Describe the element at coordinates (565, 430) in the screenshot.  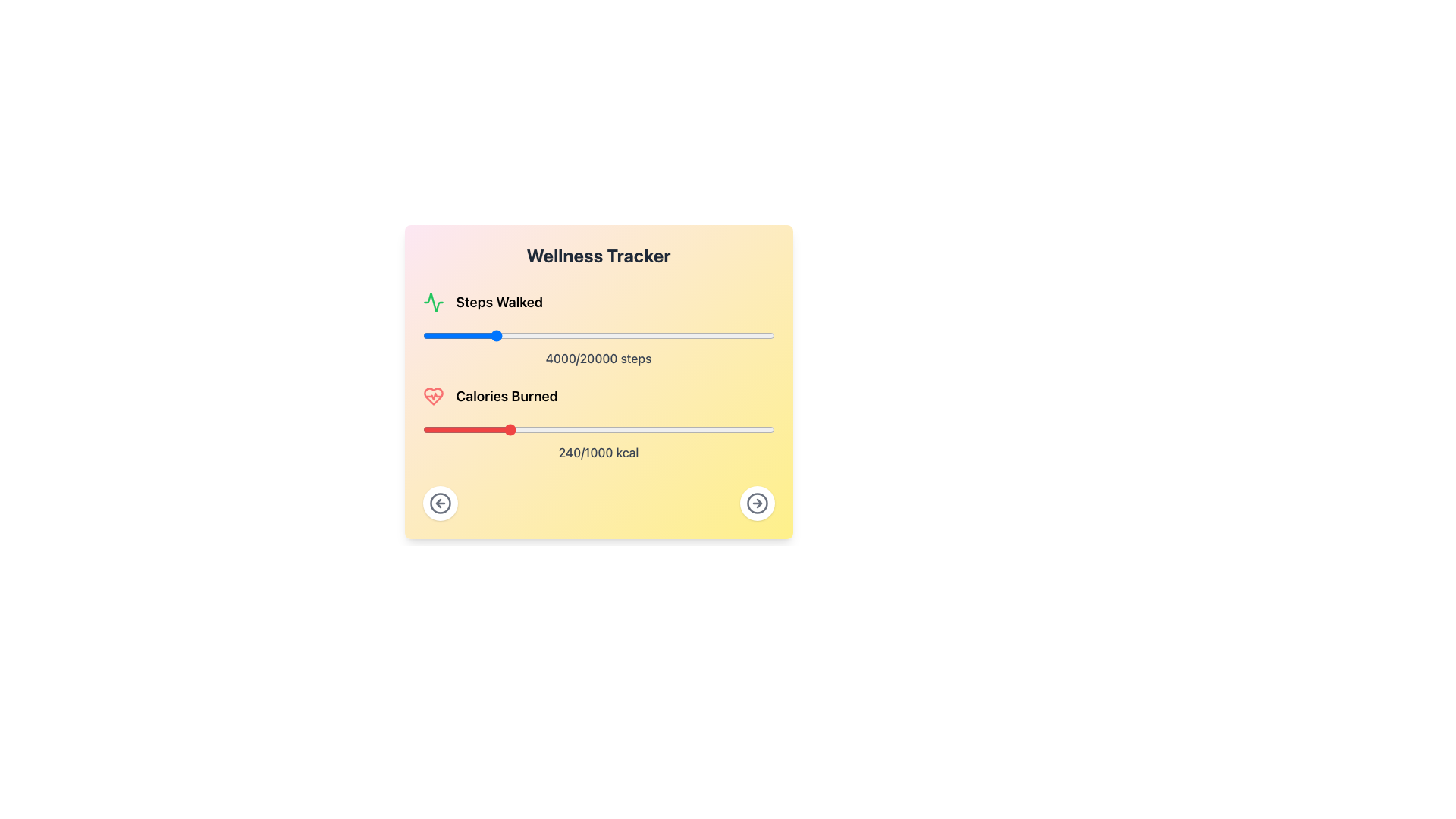
I see `calories burned slider` at that location.